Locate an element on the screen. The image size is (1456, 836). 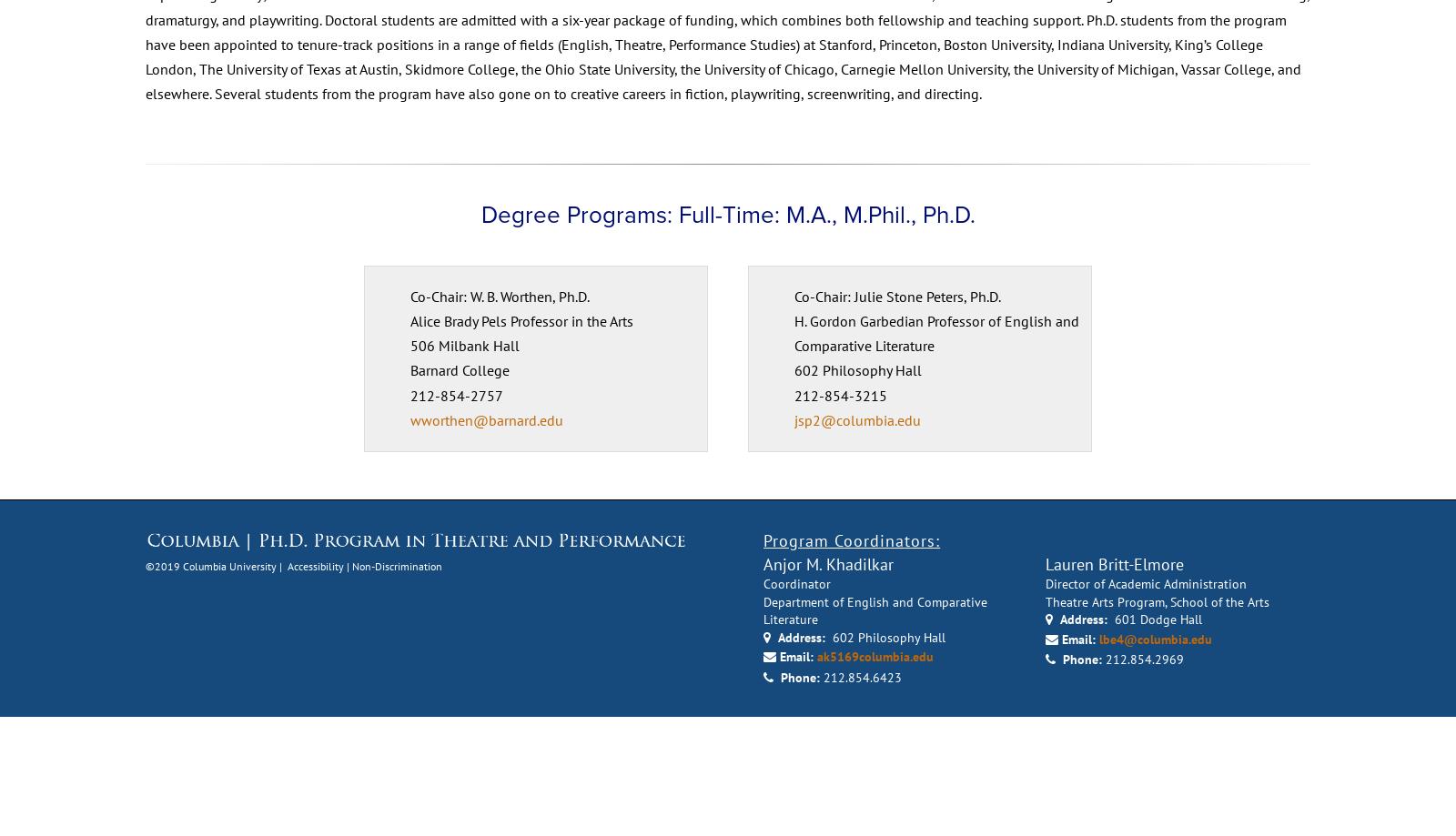
'Theatre Arts Program, School of the Arts' is located at coordinates (1156, 719).